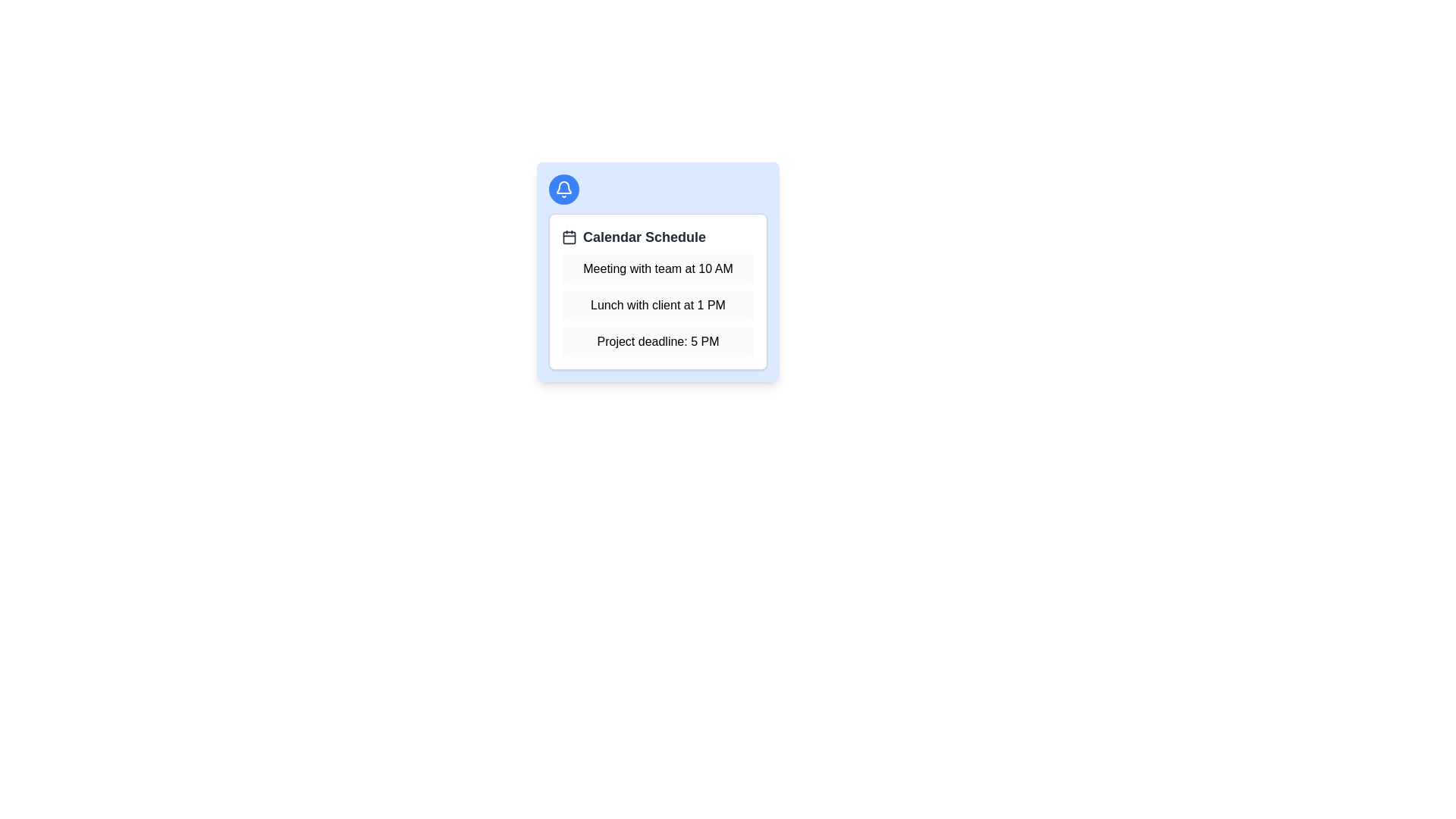  Describe the element at coordinates (568, 237) in the screenshot. I see `the main visual representation of the calendar icon located to the left of the text 'Calendar Schedule'` at that location.